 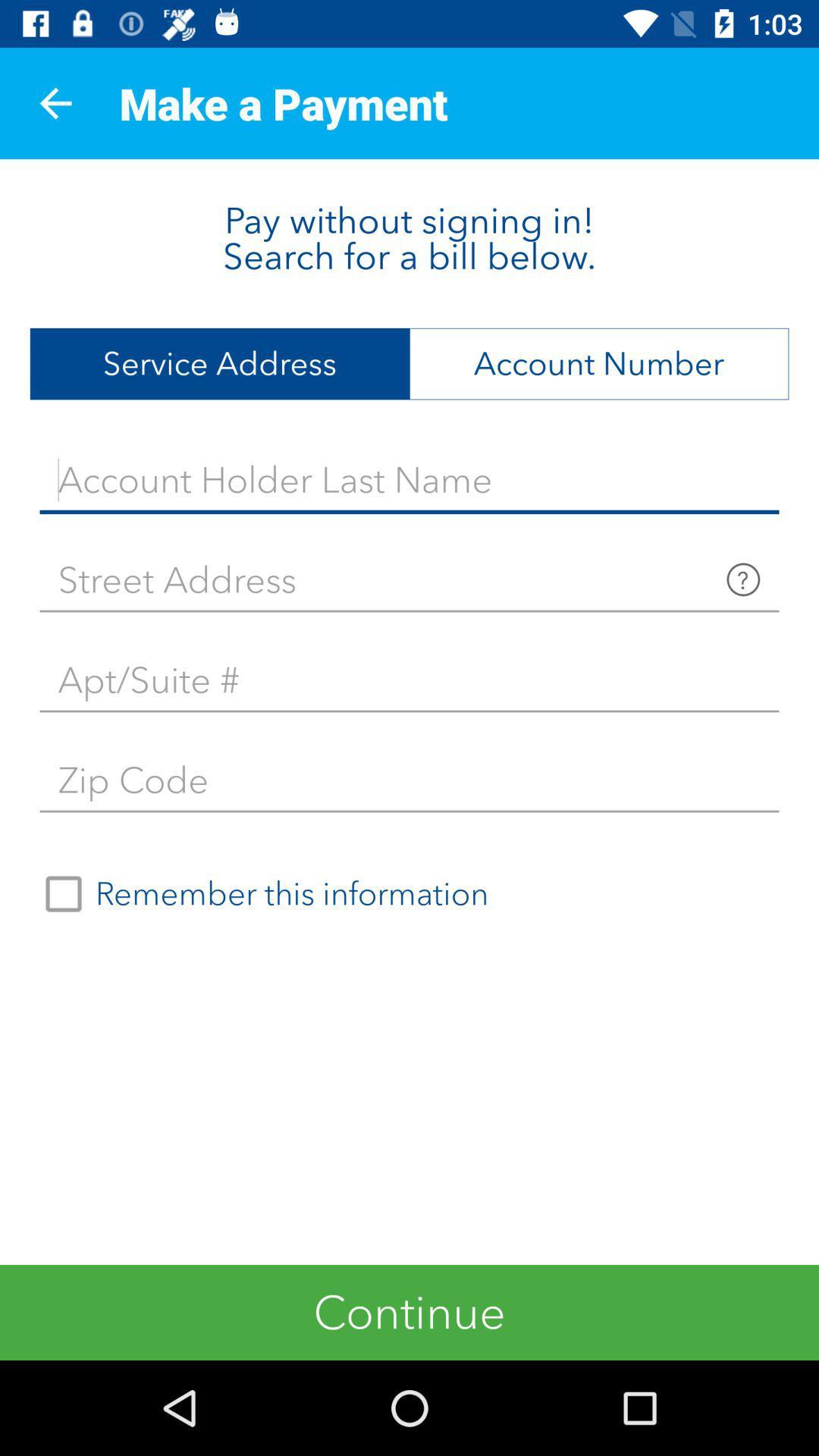 I want to click on the item at the top right corner, so click(x=598, y=364).